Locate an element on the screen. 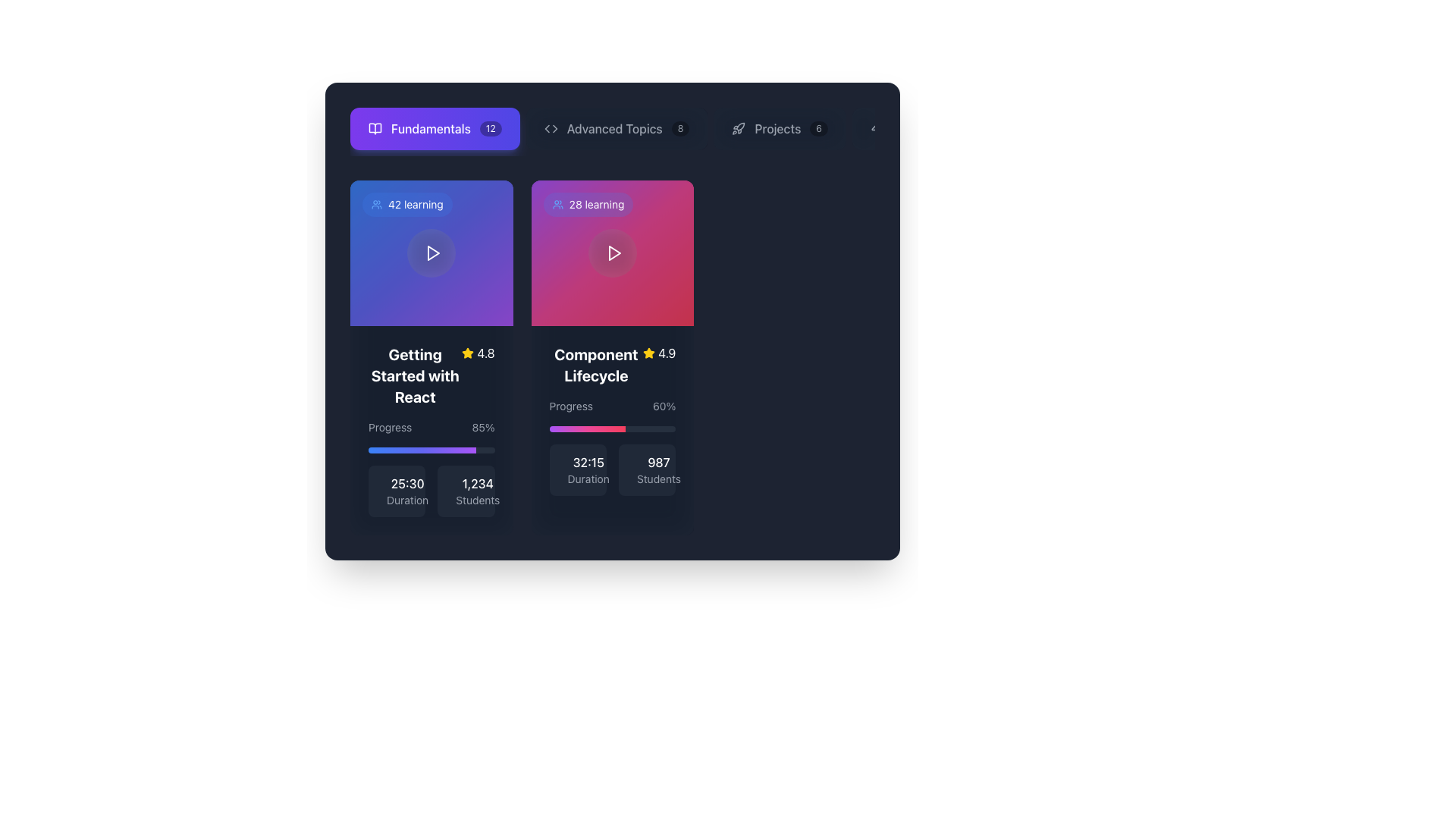  the 'Students' label, which is styled in a smaller light gray font and positioned below the number '1,234' within a card interface is located at coordinates (477, 500).